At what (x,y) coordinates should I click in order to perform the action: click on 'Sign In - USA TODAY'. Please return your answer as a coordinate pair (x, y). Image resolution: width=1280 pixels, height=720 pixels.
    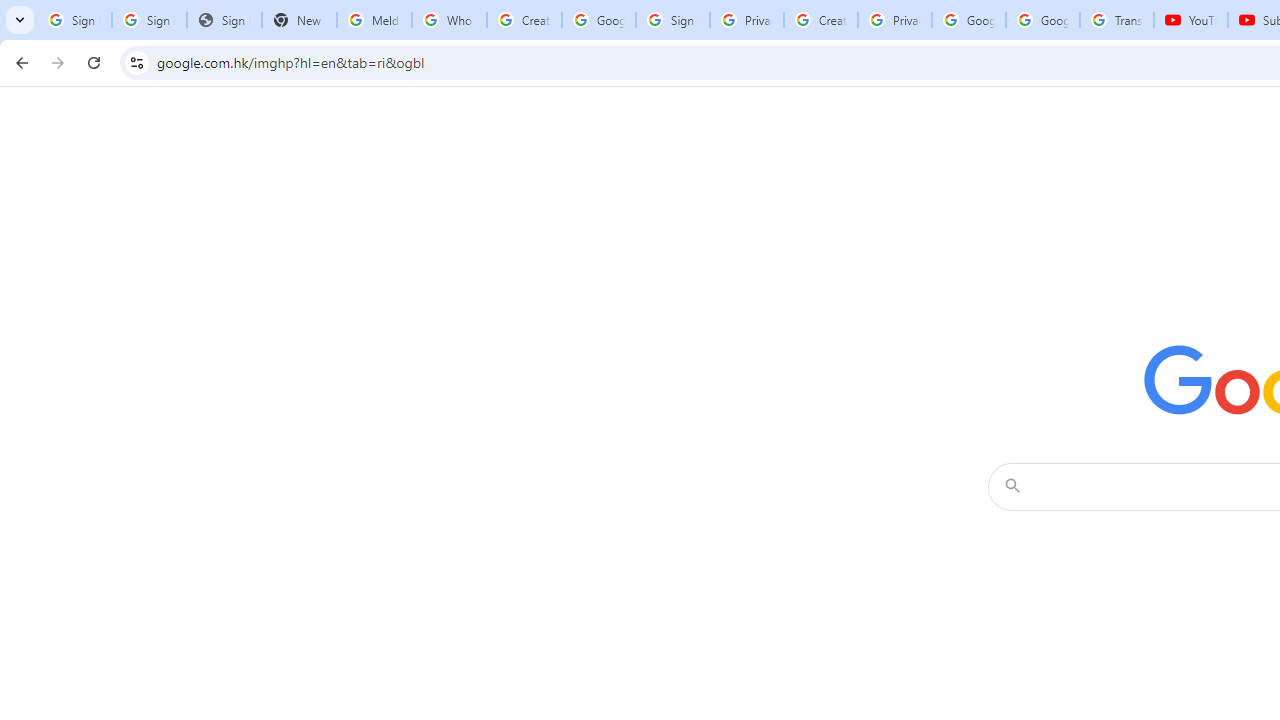
    Looking at the image, I should click on (224, 20).